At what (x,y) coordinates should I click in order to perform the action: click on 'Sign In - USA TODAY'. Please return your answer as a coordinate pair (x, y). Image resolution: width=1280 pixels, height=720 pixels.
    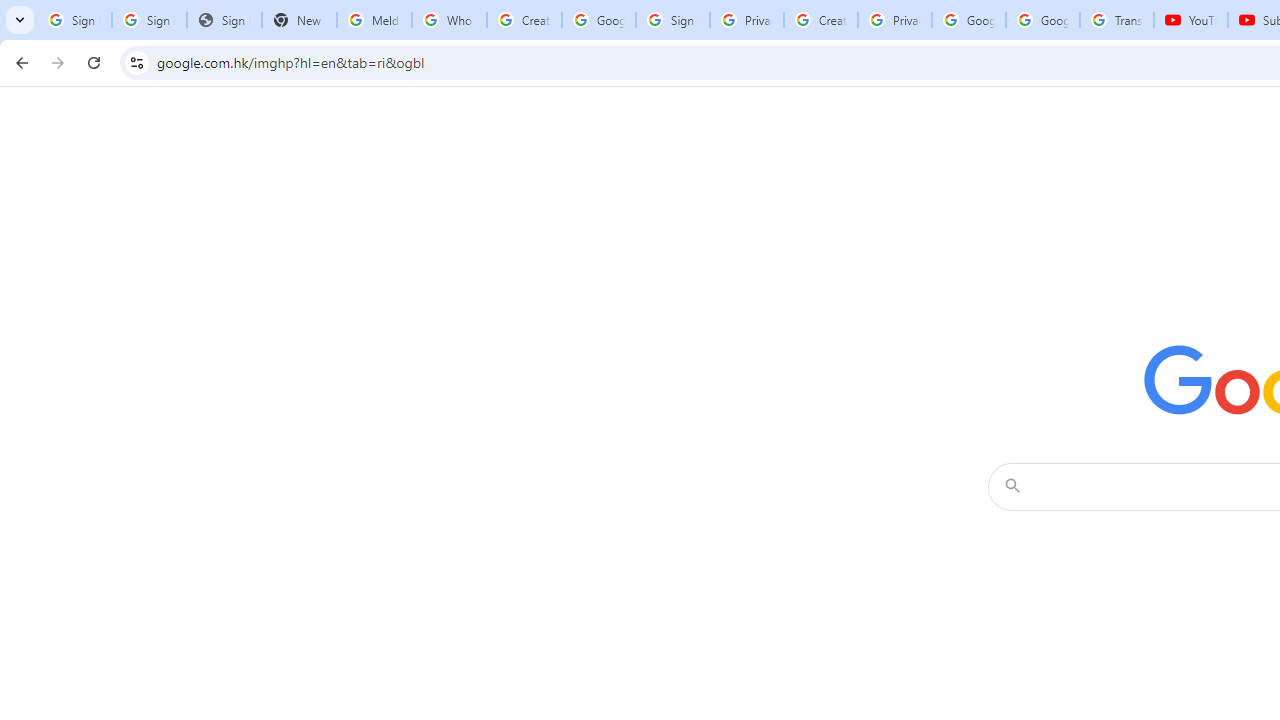
    Looking at the image, I should click on (224, 20).